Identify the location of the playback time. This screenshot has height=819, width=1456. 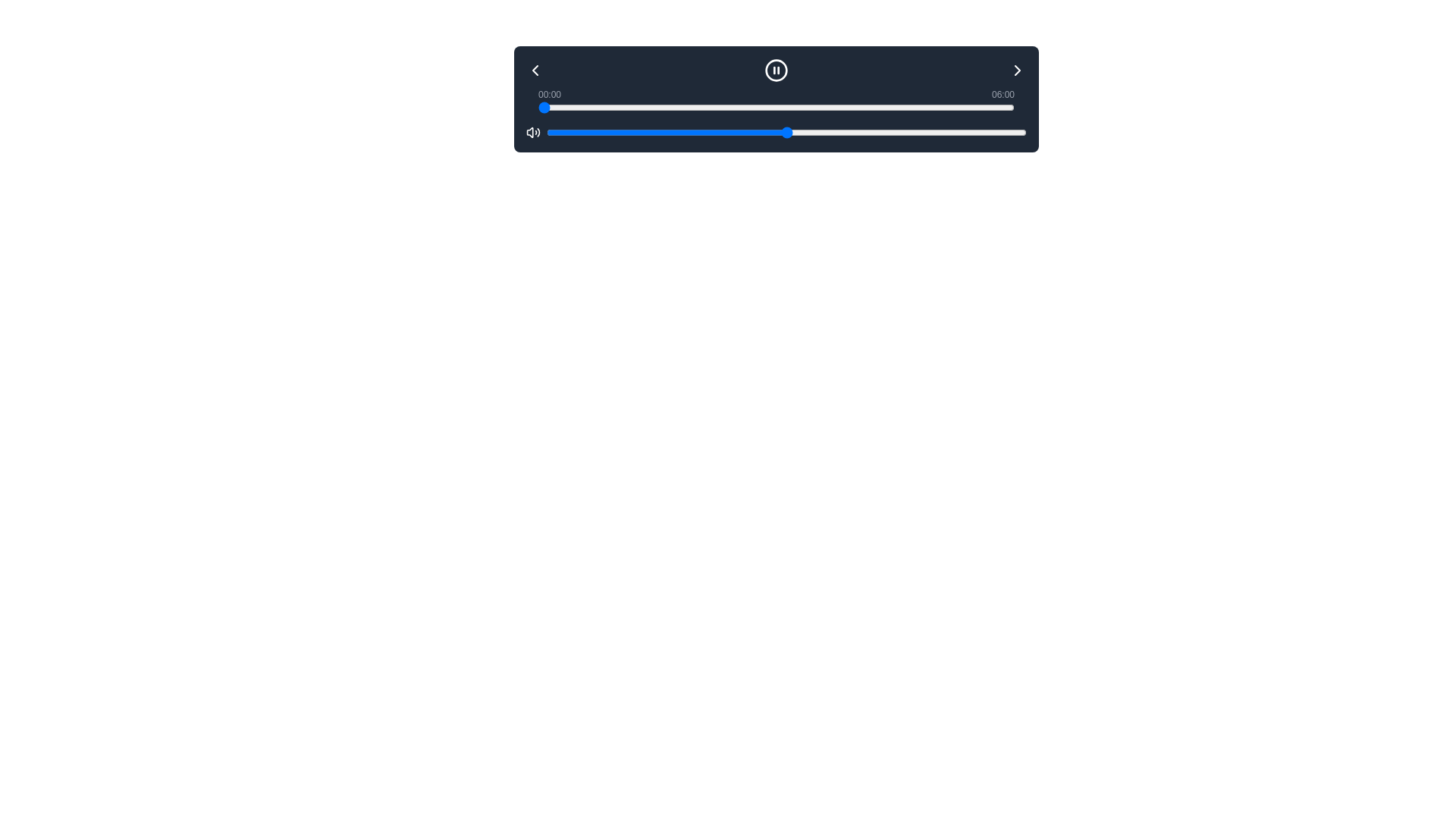
(833, 107).